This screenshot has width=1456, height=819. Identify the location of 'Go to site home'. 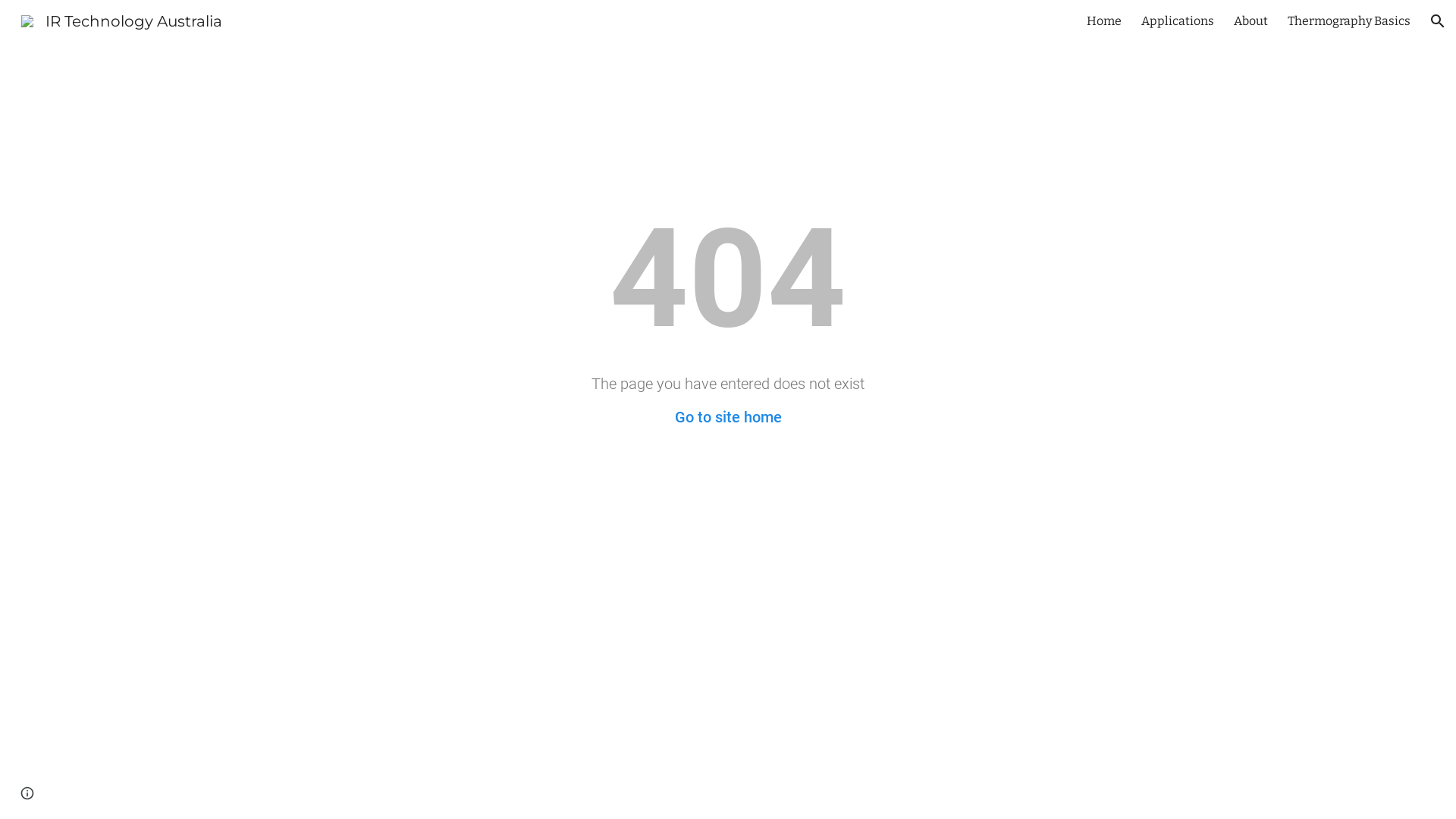
(673, 417).